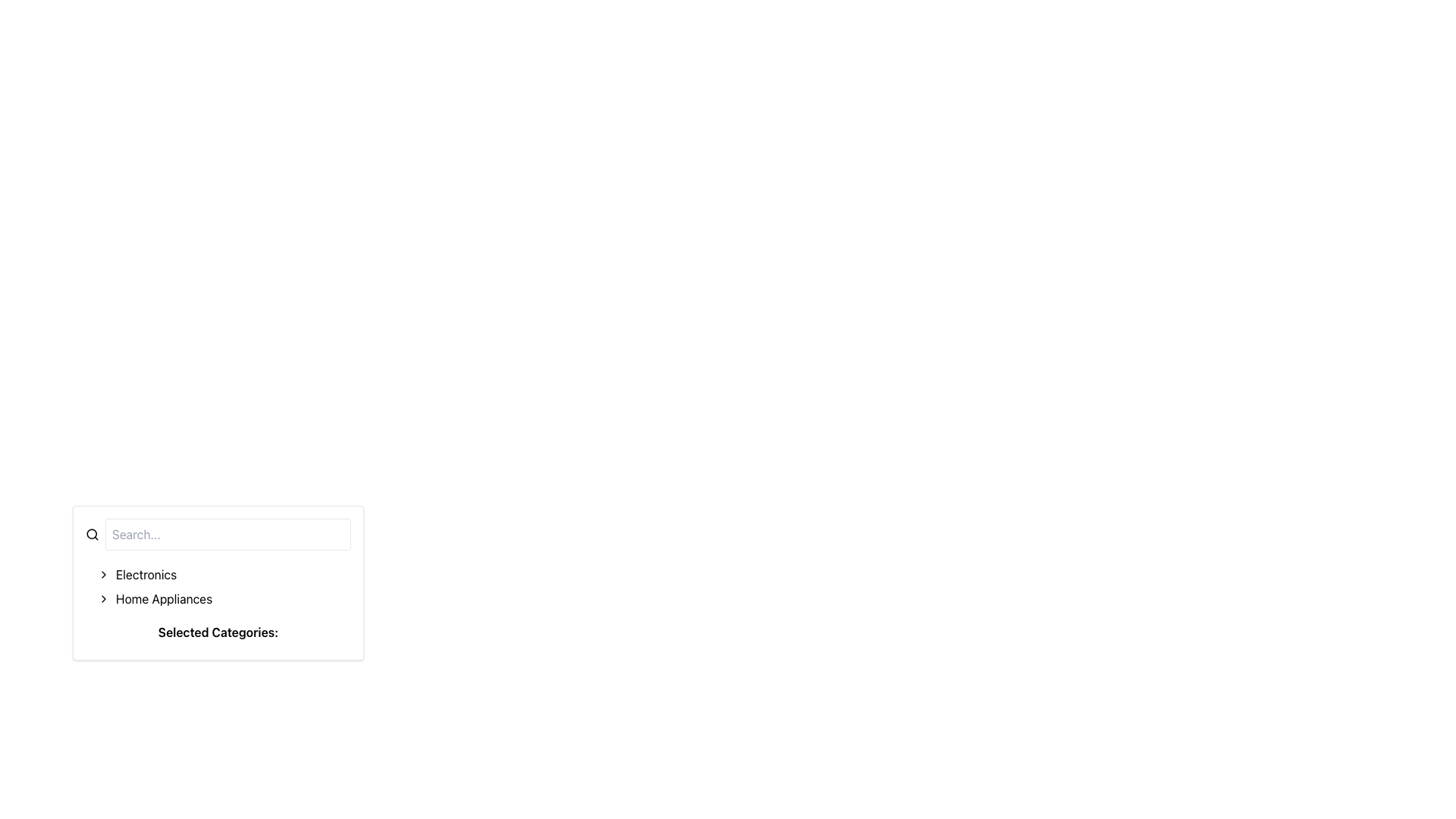  What do you see at coordinates (146, 575) in the screenshot?
I see `the 'Electronics' category text label` at bounding box center [146, 575].